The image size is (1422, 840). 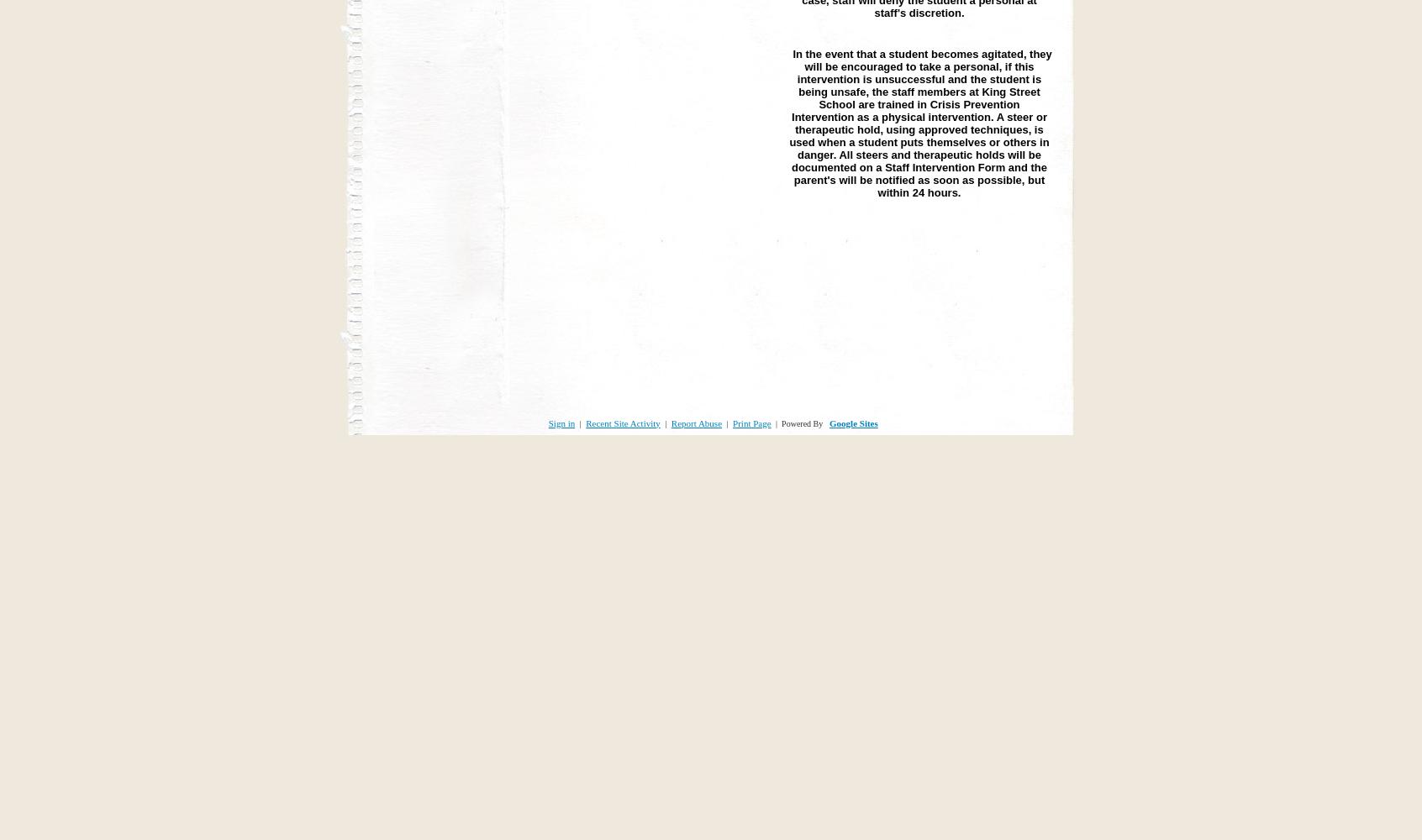 What do you see at coordinates (561, 423) in the screenshot?
I see `'Sign in'` at bounding box center [561, 423].